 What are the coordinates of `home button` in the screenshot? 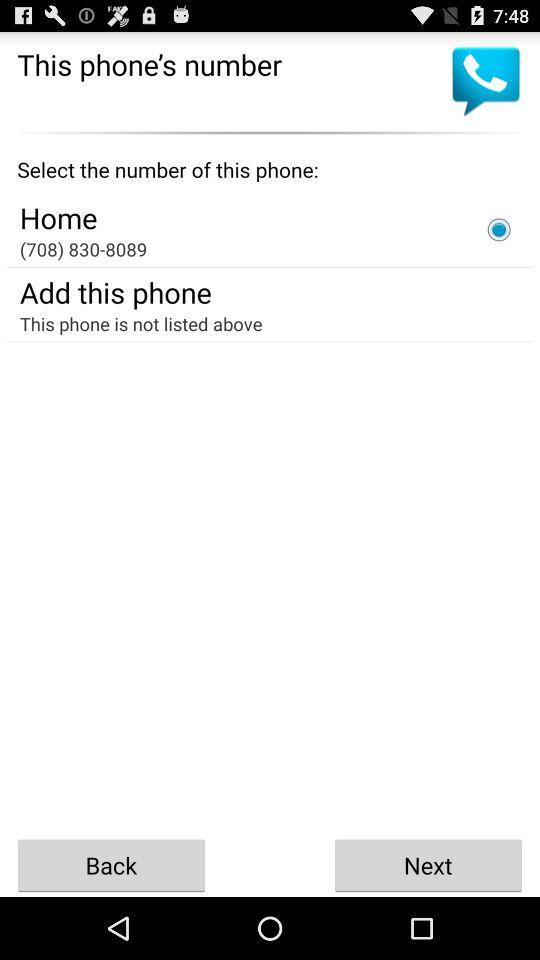 It's located at (498, 229).